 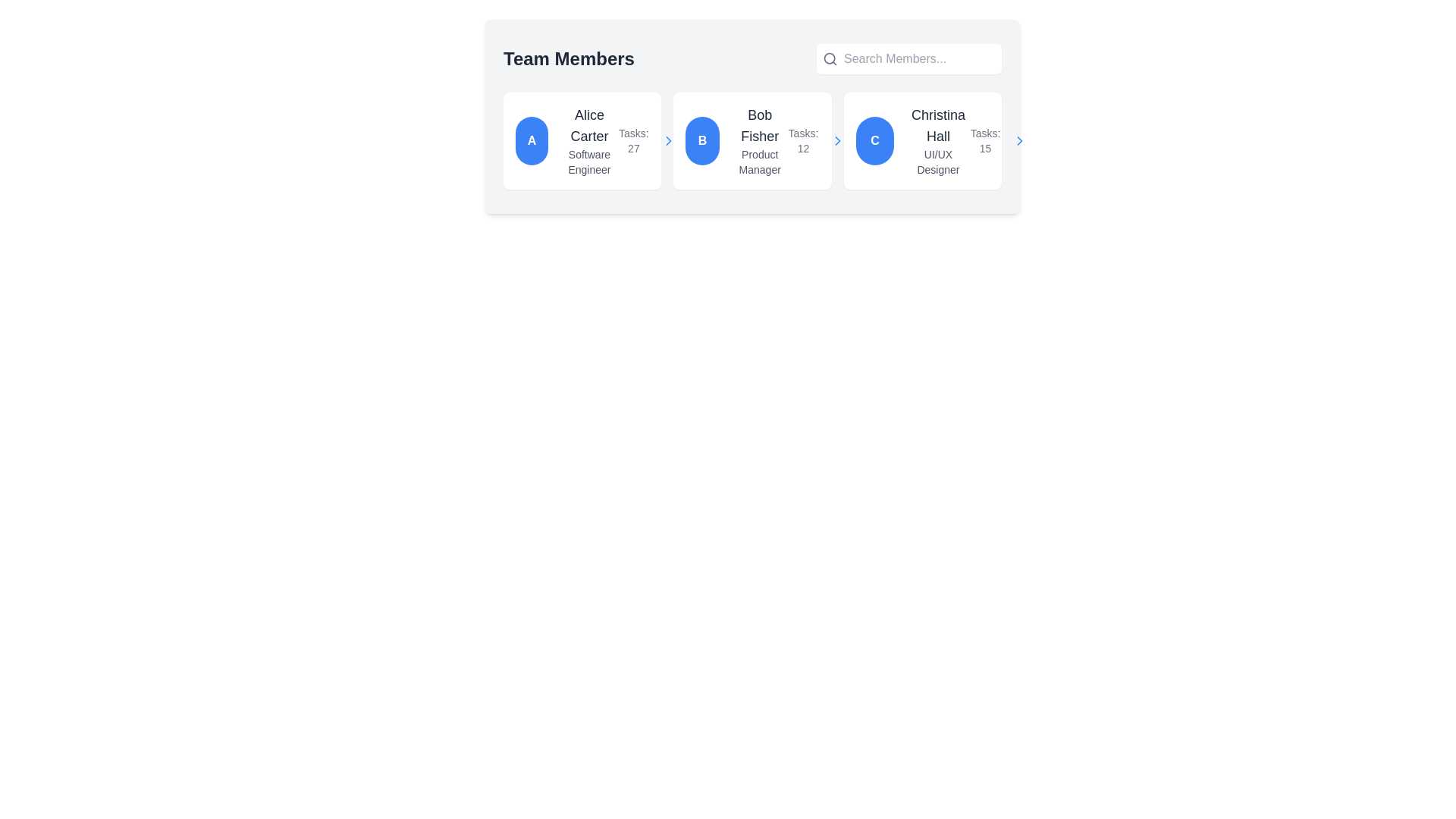 What do you see at coordinates (667, 140) in the screenshot?
I see `the navigation icon located in the right portion of the team member card section for Christina Hall` at bounding box center [667, 140].